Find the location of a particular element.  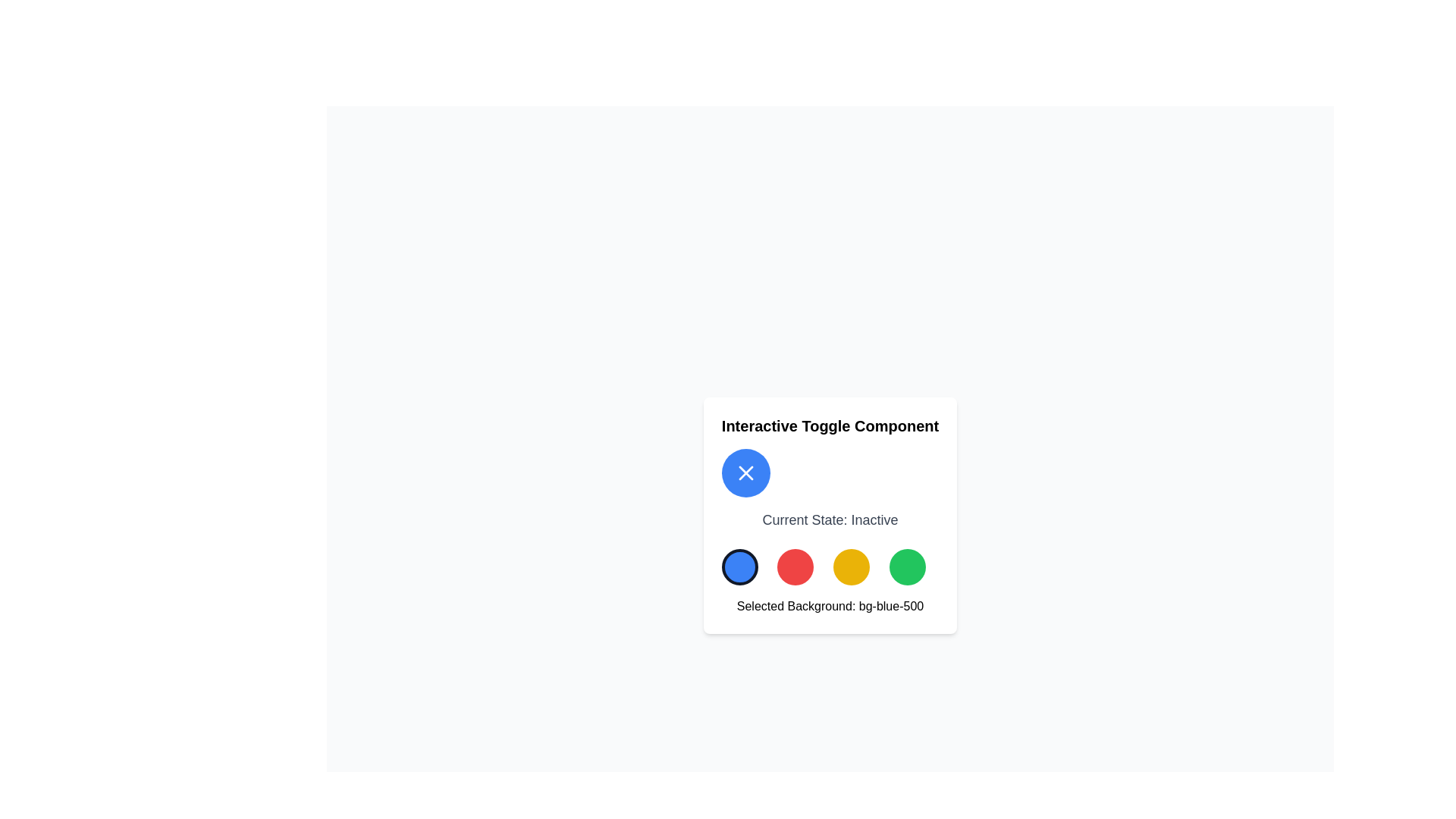

the second circular button with a solid red background and a thin transparent border for keyboard accessibility is located at coordinates (795, 567).